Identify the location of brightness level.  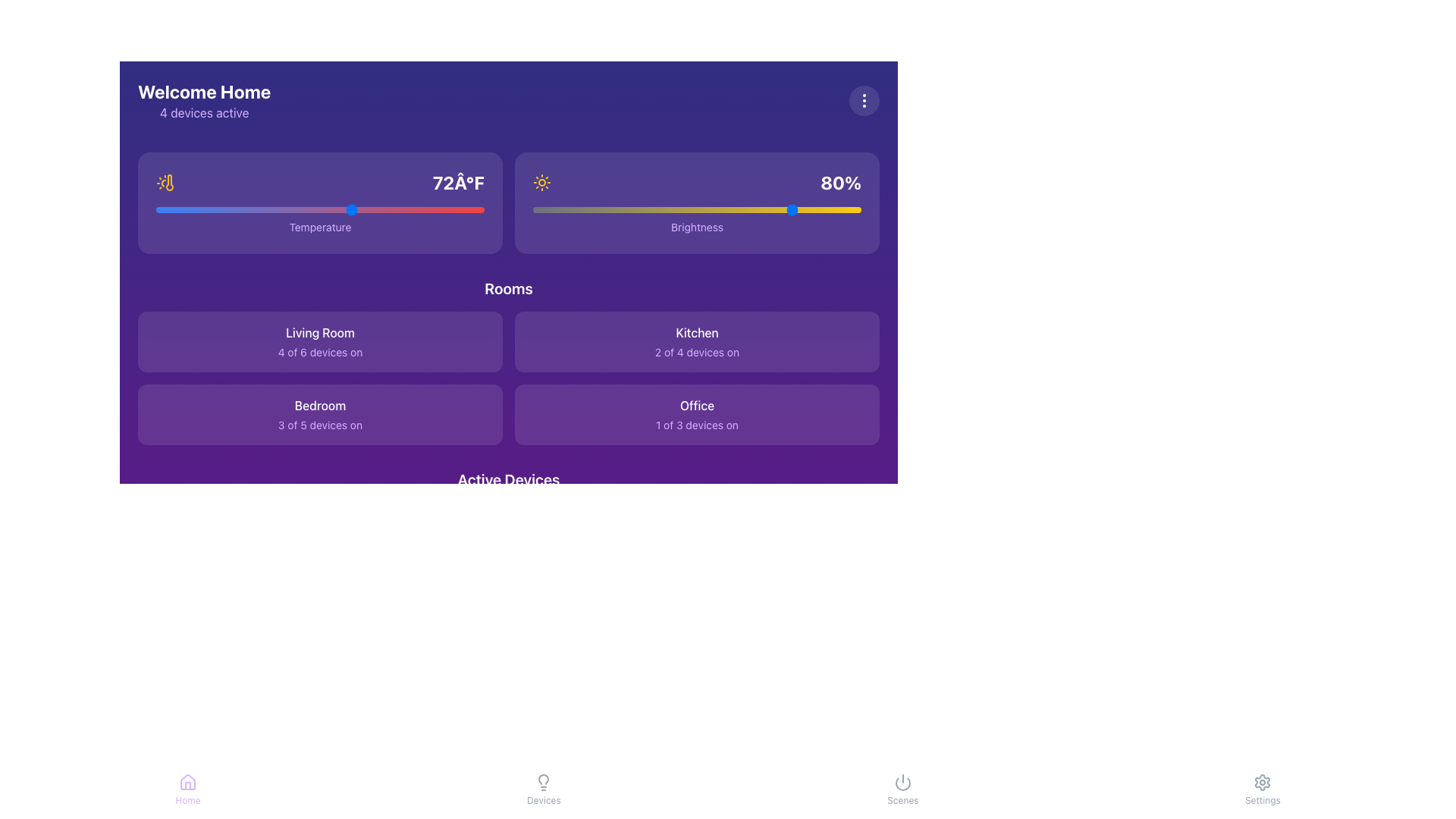
(588, 210).